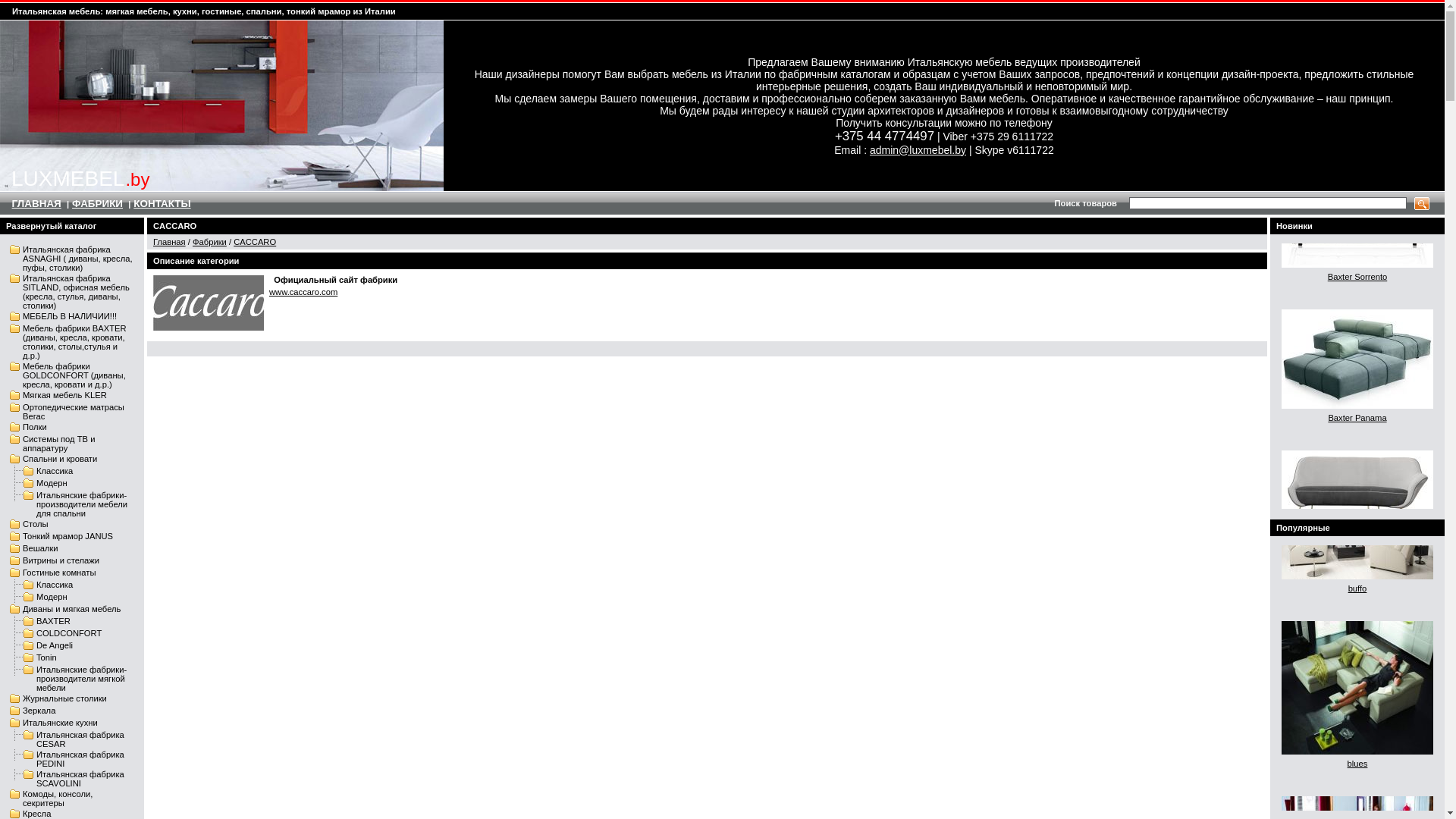  I want to click on 'www.caccaro.com', so click(303, 291).